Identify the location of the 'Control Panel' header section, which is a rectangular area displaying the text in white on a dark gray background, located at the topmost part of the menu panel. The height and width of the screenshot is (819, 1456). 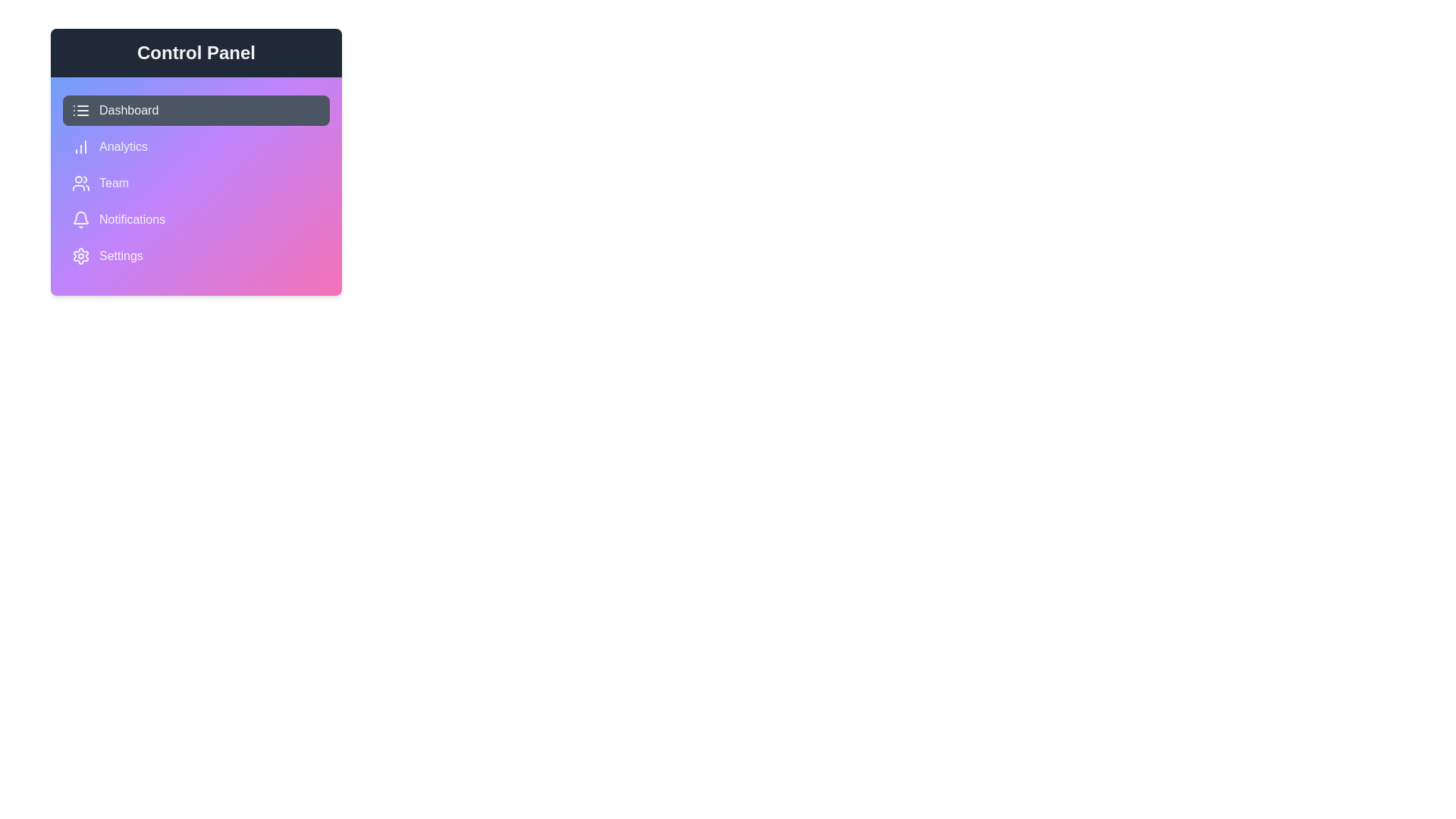
(196, 52).